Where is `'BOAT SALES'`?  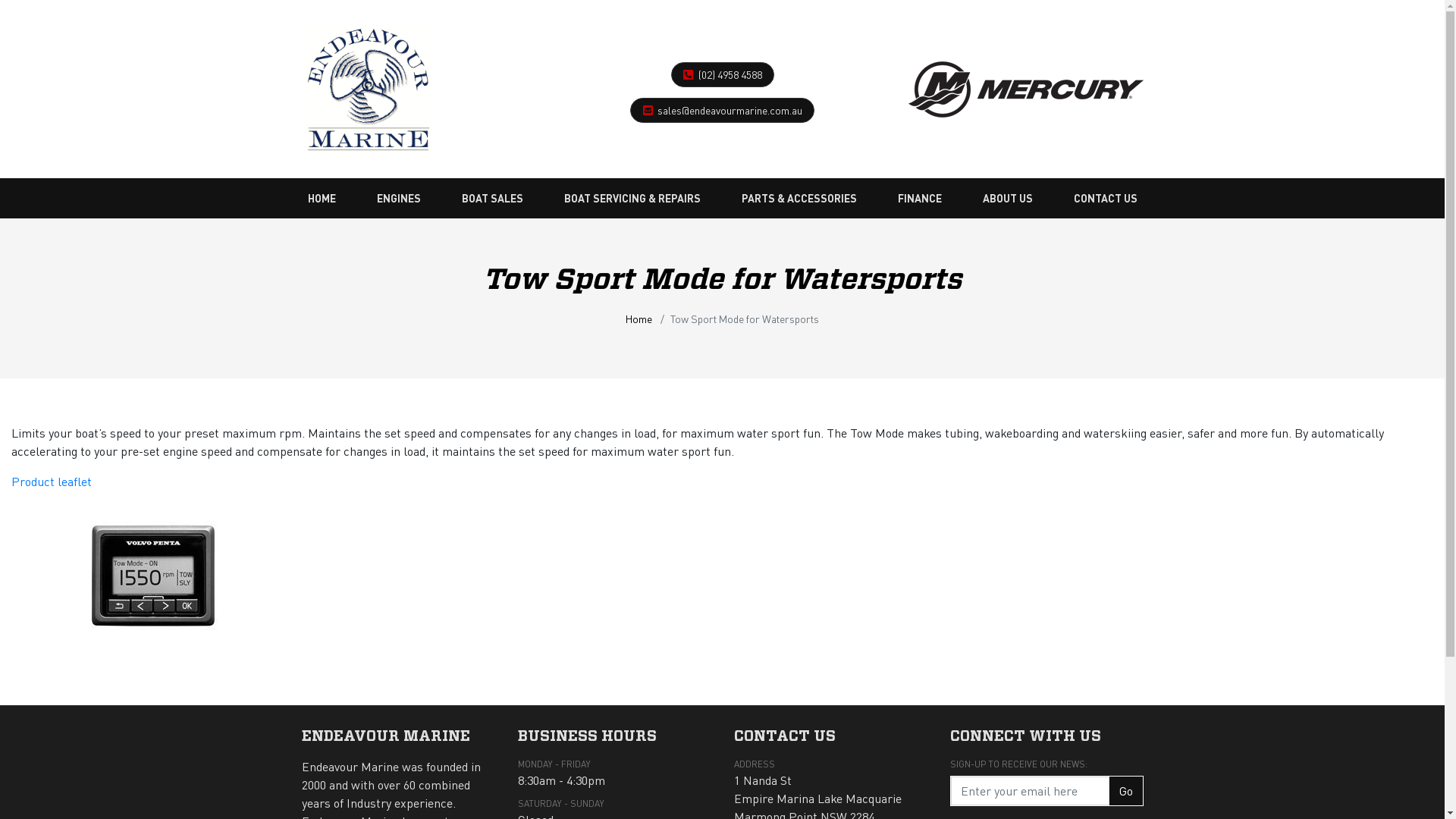
'BOAT SALES' is located at coordinates (491, 197).